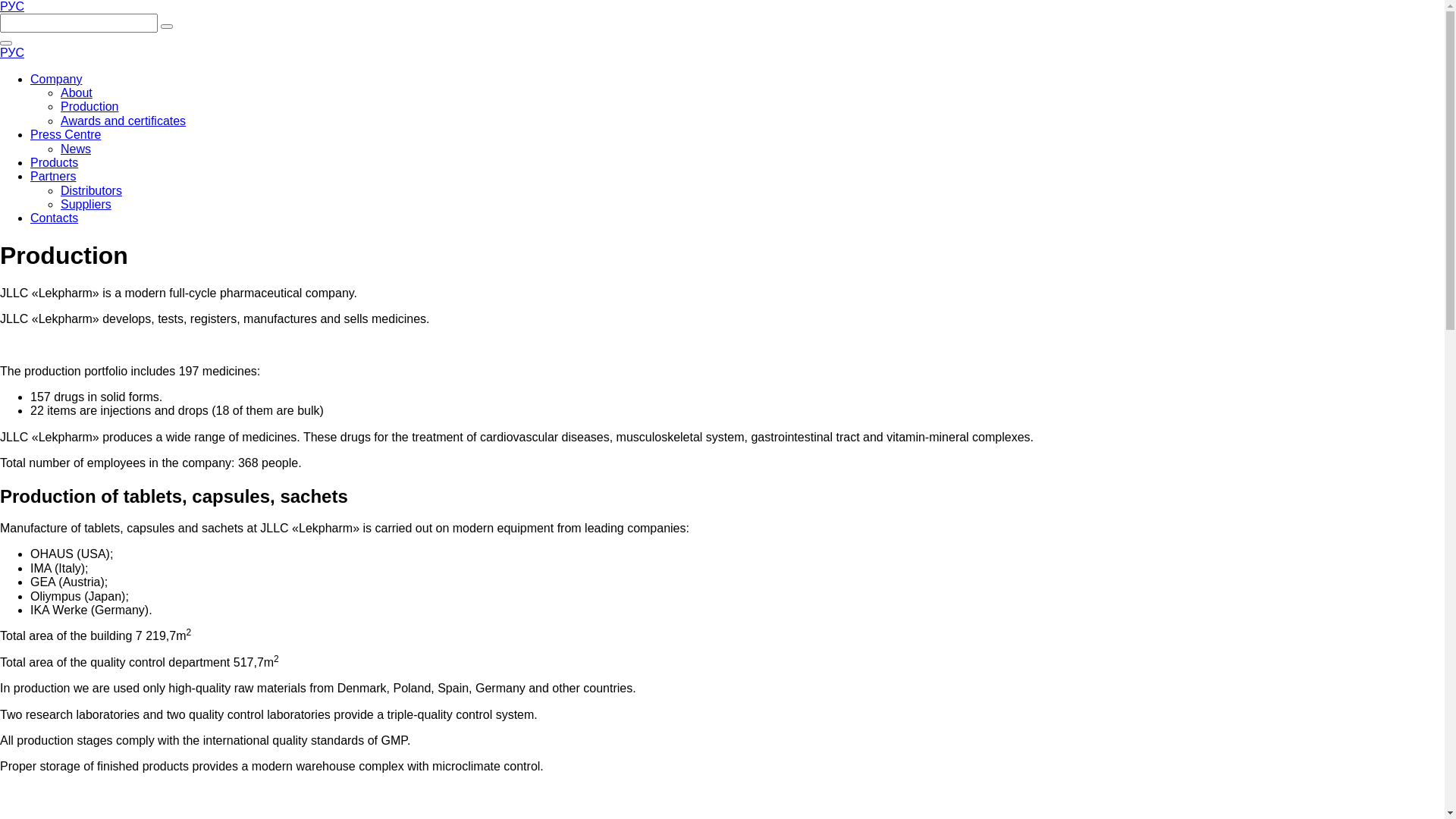  What do you see at coordinates (55, 79) in the screenshot?
I see `'Company'` at bounding box center [55, 79].